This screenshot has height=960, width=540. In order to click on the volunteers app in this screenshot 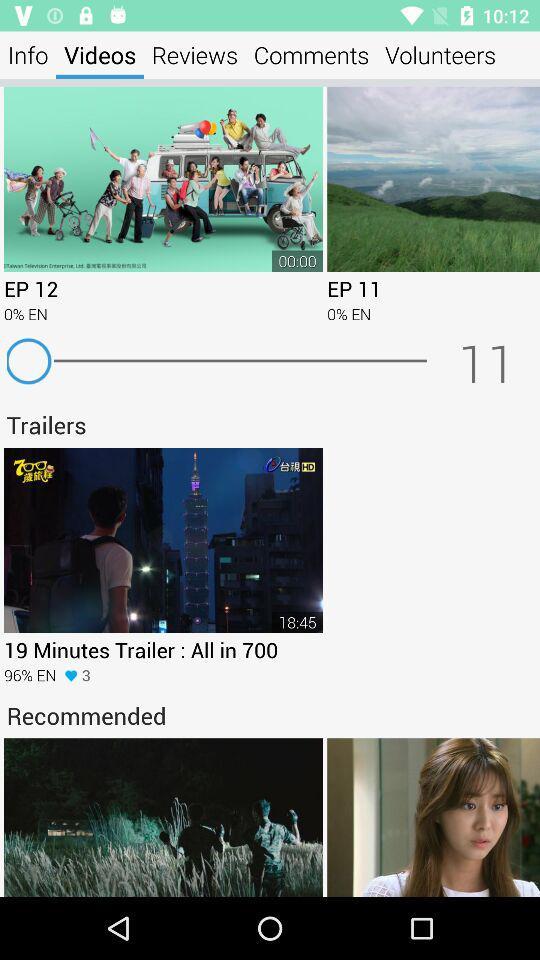, I will do `click(440, 54)`.